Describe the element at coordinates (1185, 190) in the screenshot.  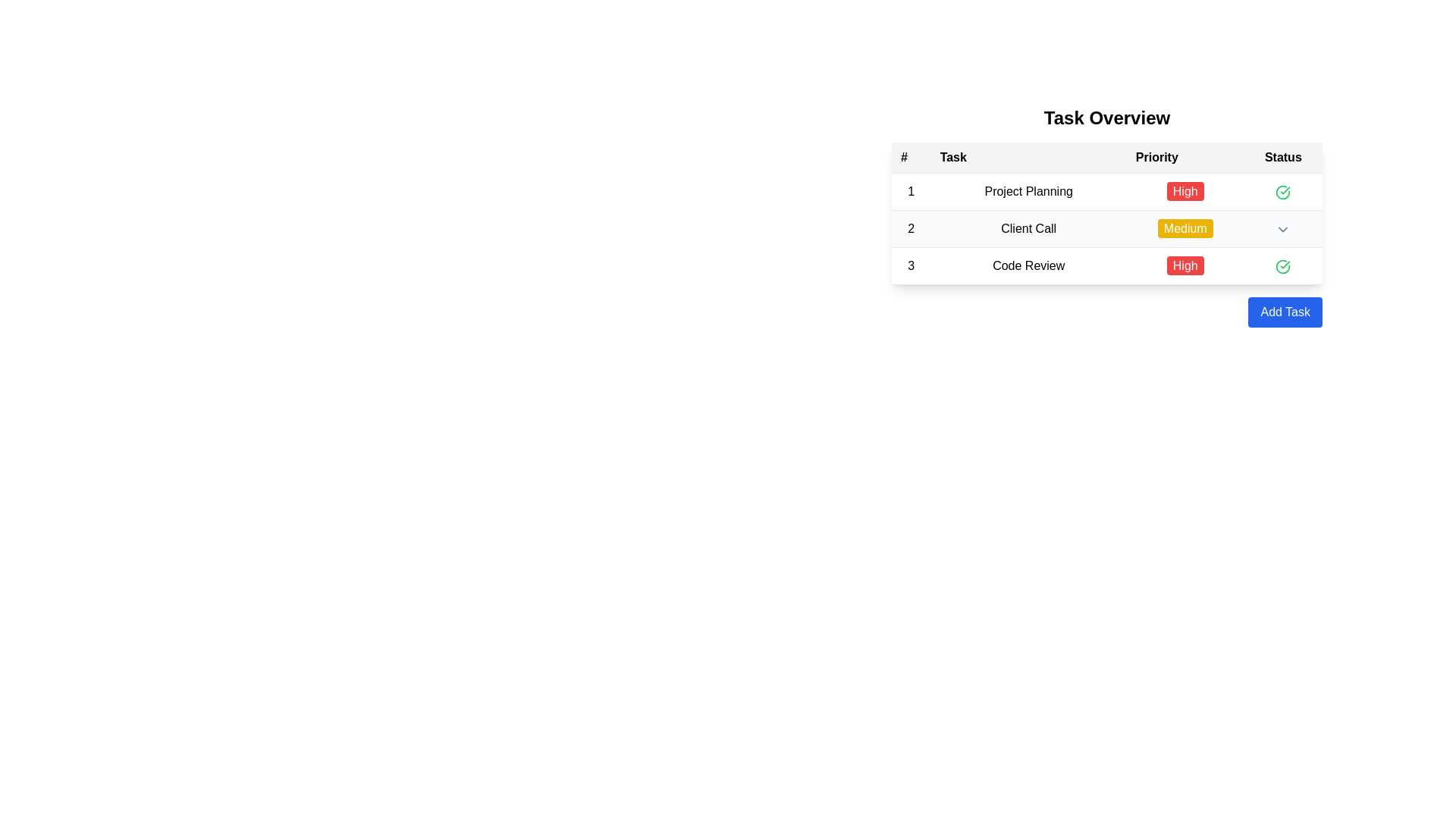
I see `the pill-shaped label with the text 'High' in the 'Priority' column of the first row in the 'Task Overview' table` at that location.